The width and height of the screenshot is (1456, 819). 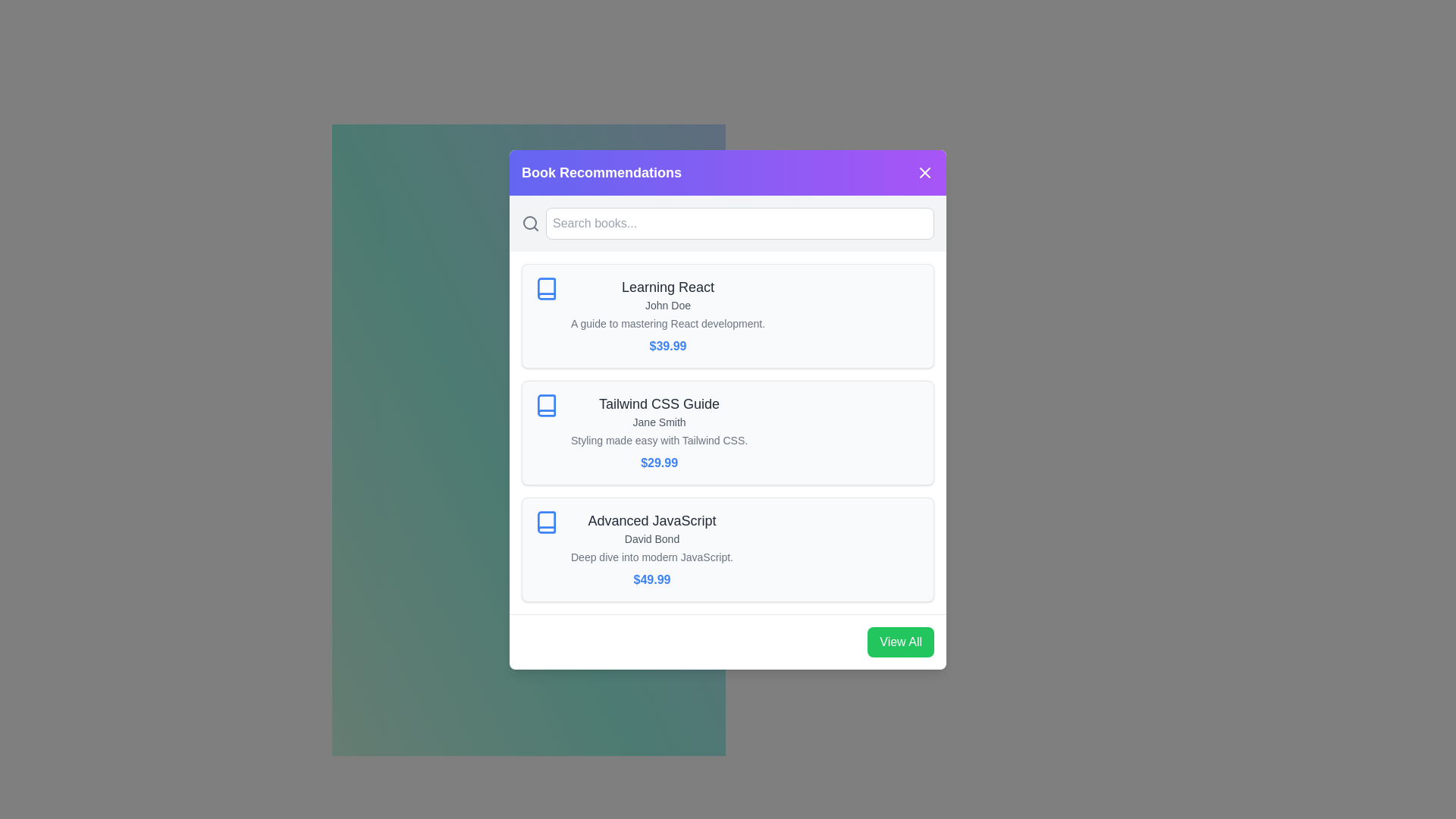 I want to click on the book icon located to the left of the 'Advanced JavaScript' text in the vertical book list, which is the third item, so click(x=546, y=521).